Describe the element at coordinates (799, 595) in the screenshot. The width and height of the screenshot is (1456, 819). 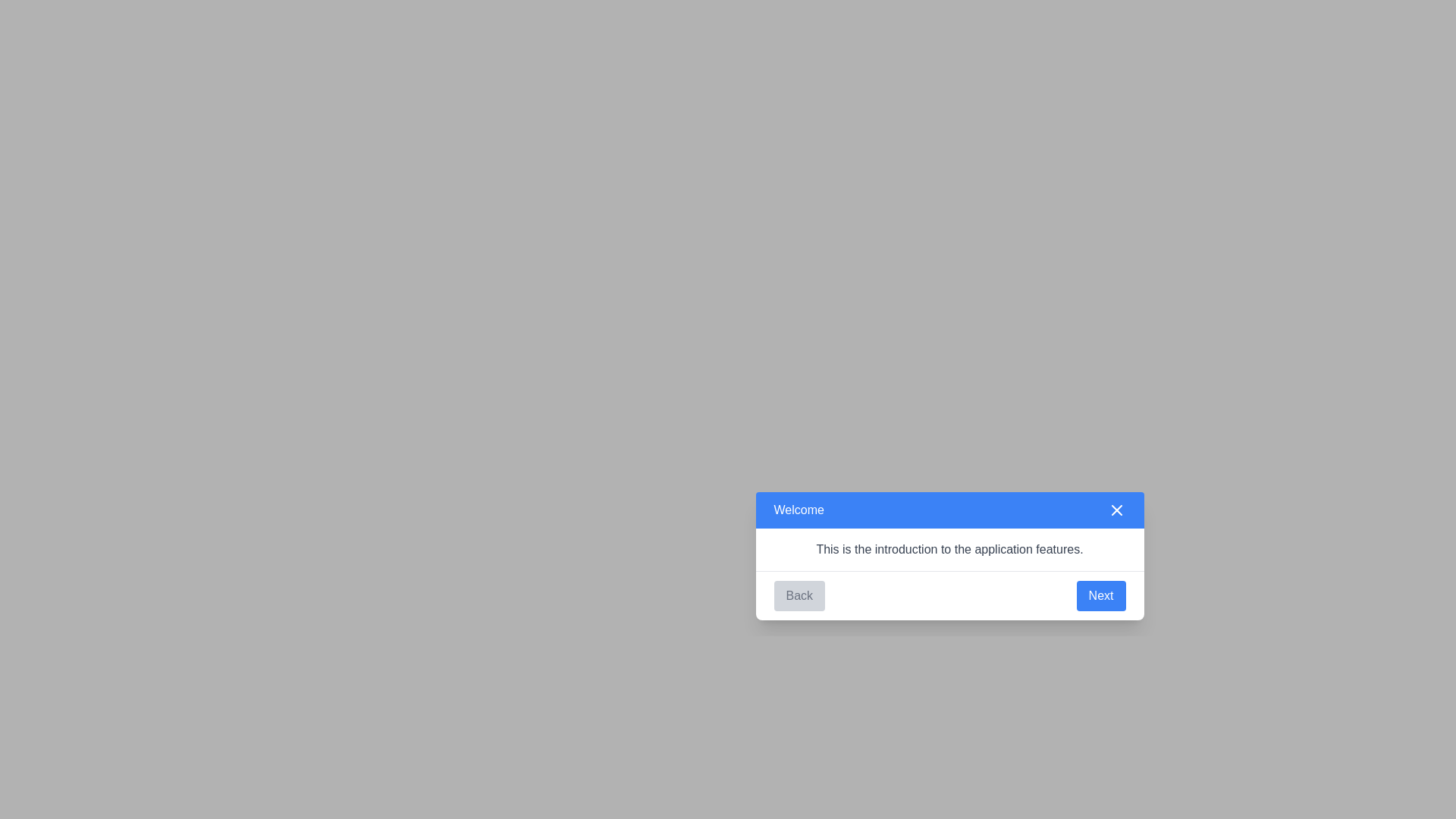
I see `the navigation button located at the bottom-left of the dialog box to go back to the previous step or page` at that location.